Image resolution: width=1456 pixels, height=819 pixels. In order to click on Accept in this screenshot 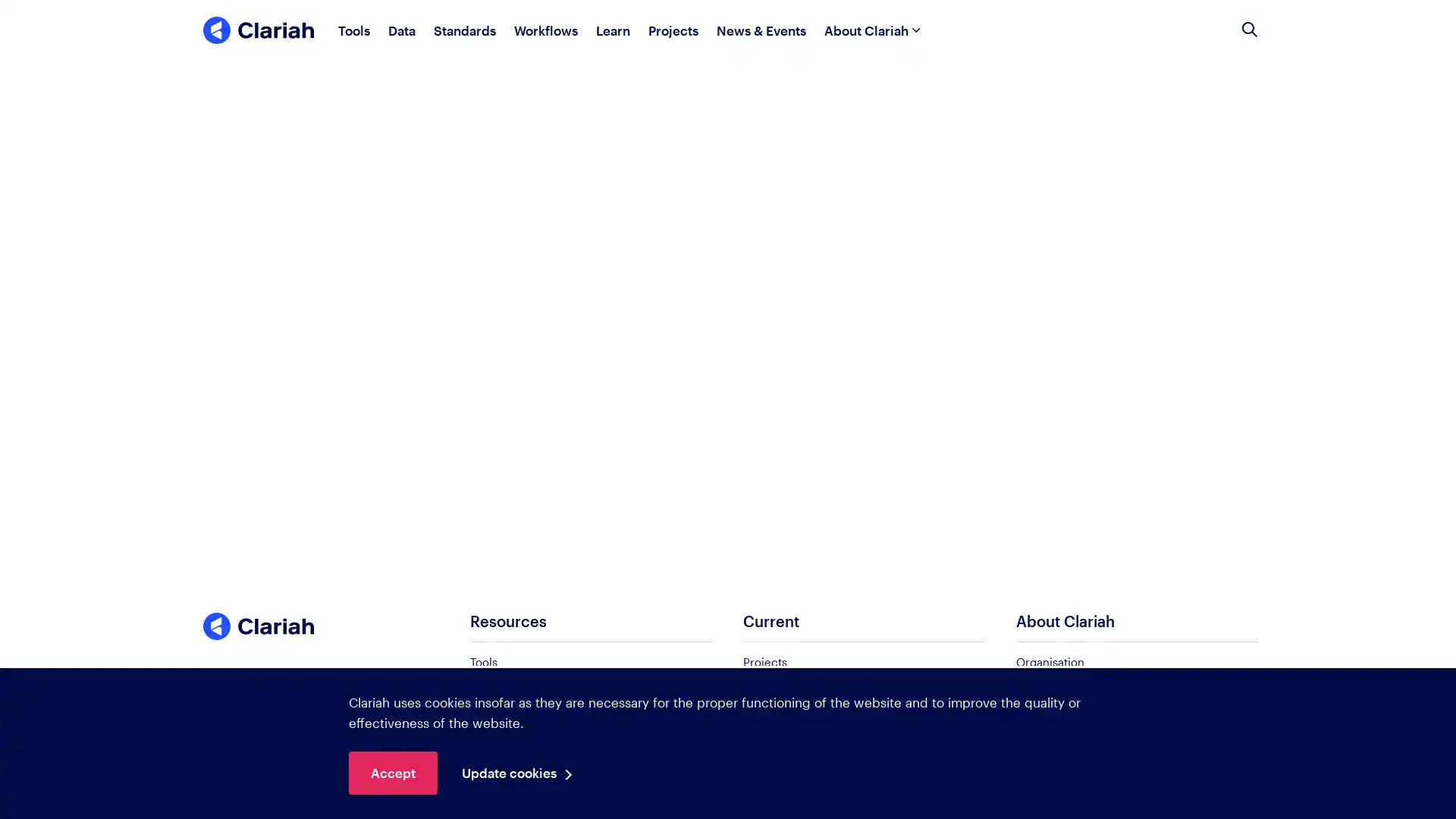, I will do `click(393, 773)`.